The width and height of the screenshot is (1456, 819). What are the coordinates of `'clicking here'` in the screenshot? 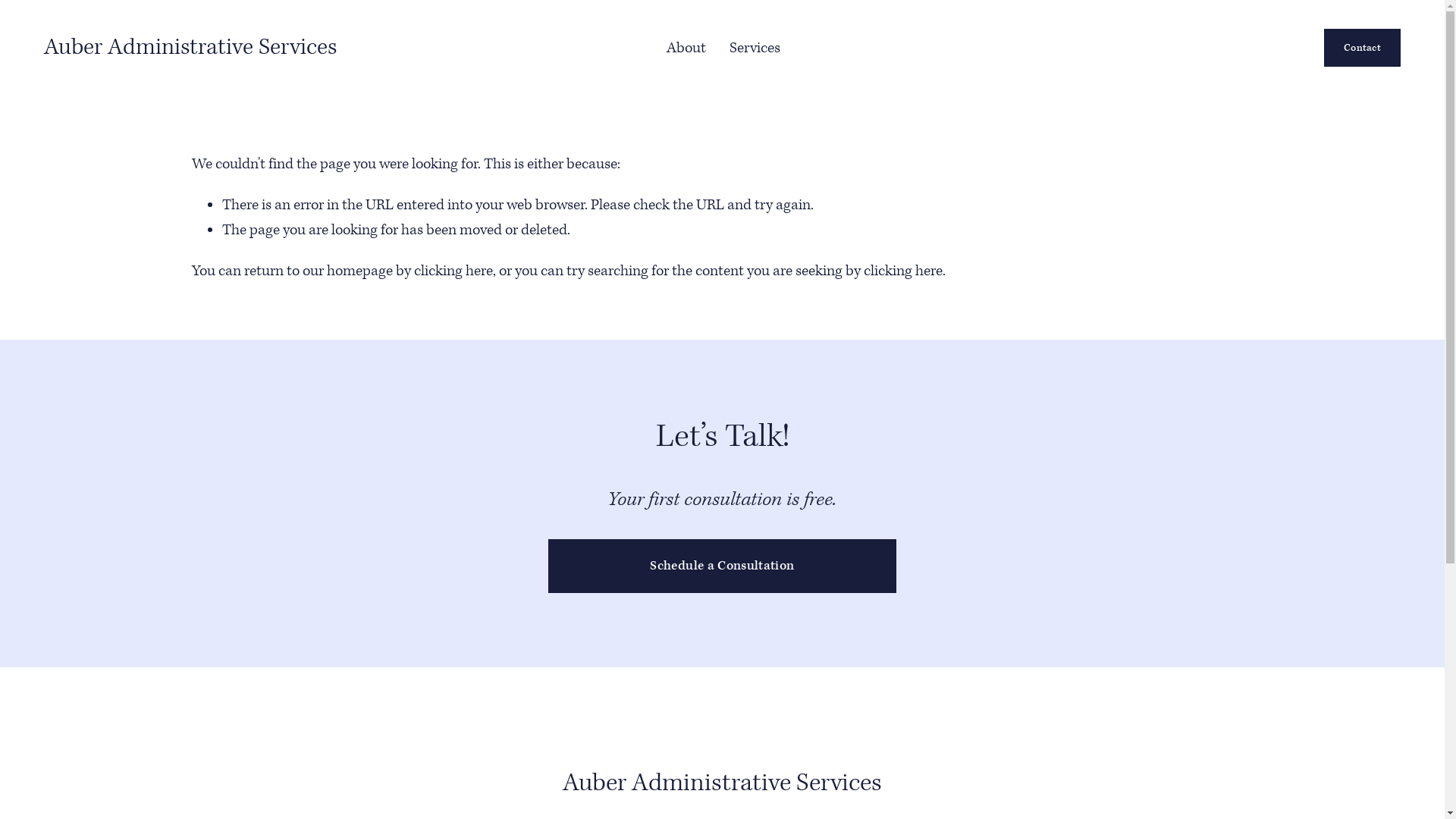 It's located at (902, 270).